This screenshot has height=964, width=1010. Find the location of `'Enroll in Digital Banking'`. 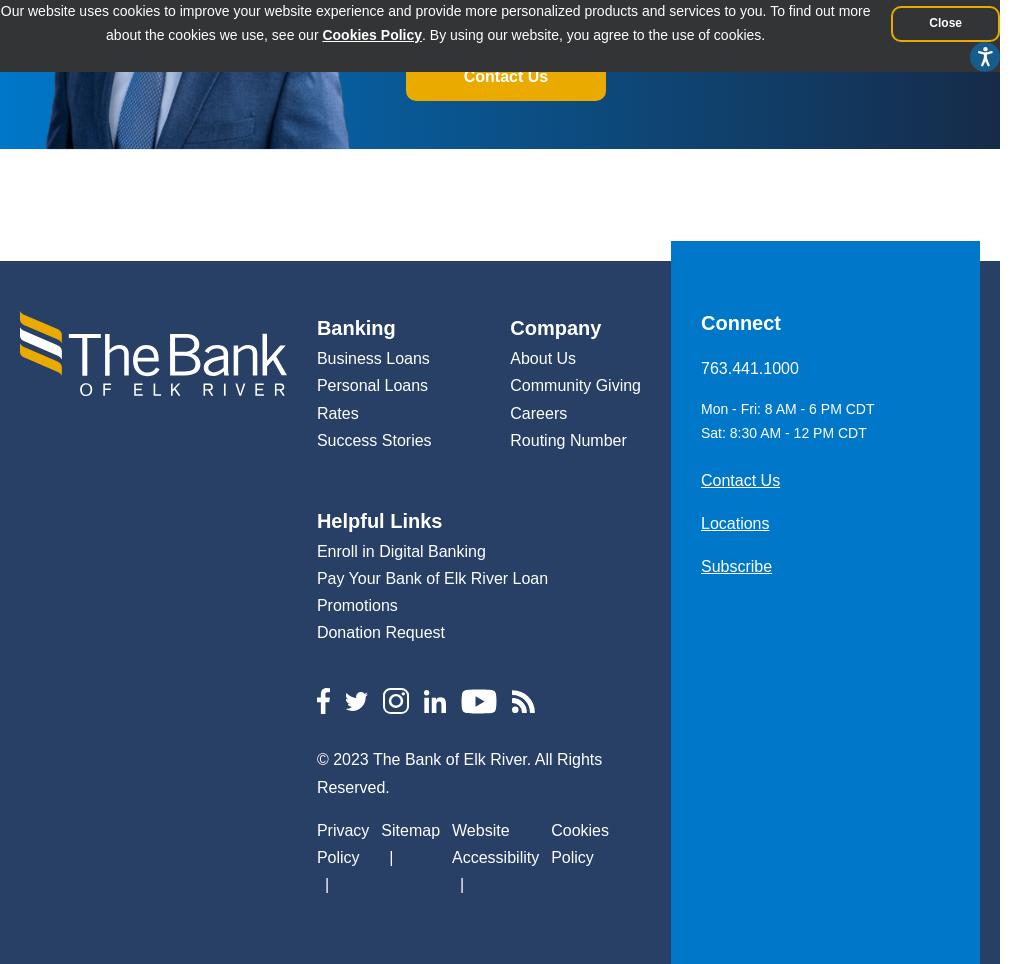

'Enroll in Digital Banking' is located at coordinates (400, 550).